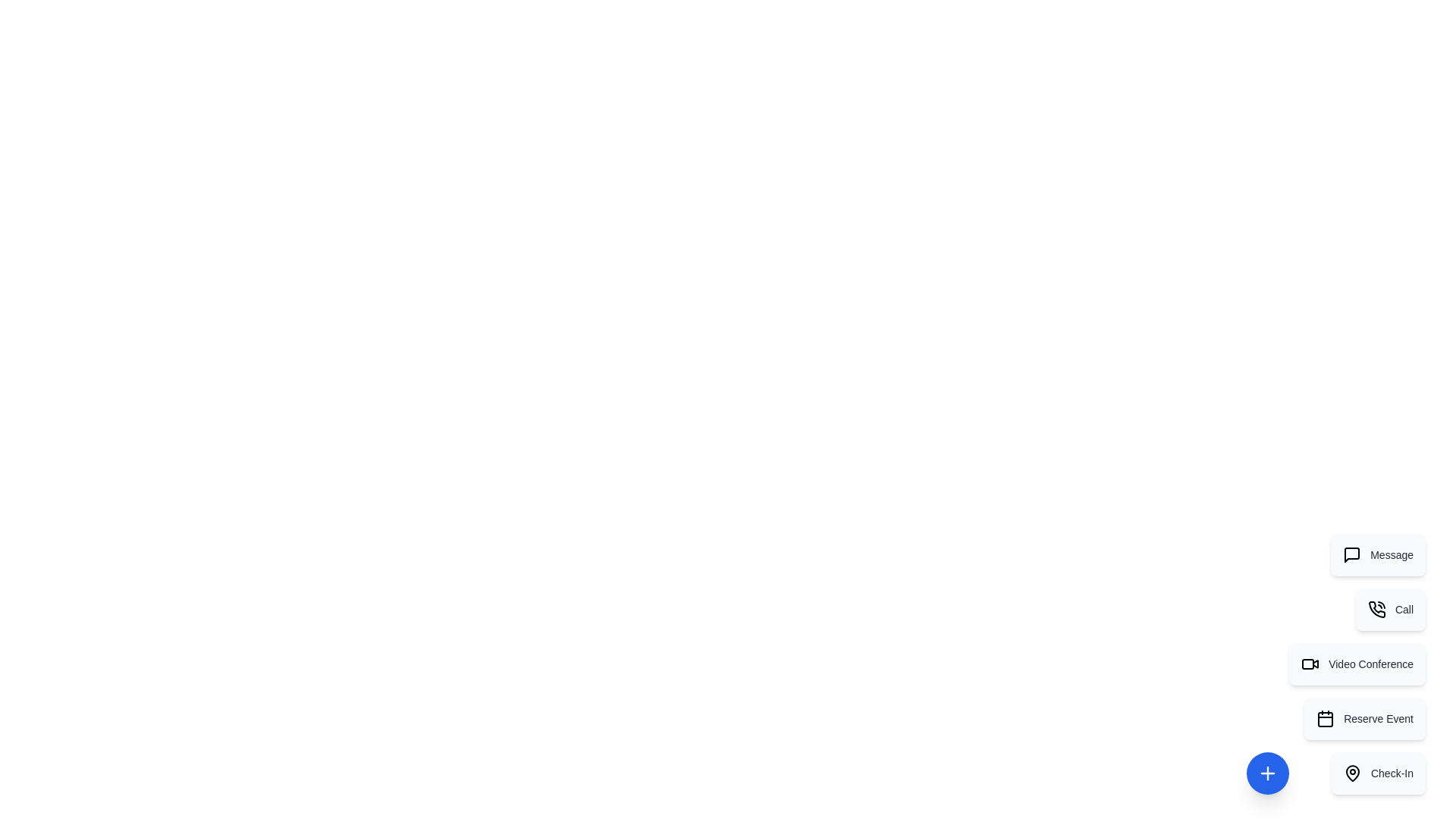 This screenshot has height=819, width=1456. Describe the element at coordinates (1365, 718) in the screenshot. I see `the action item labeled Reserve Event` at that location.